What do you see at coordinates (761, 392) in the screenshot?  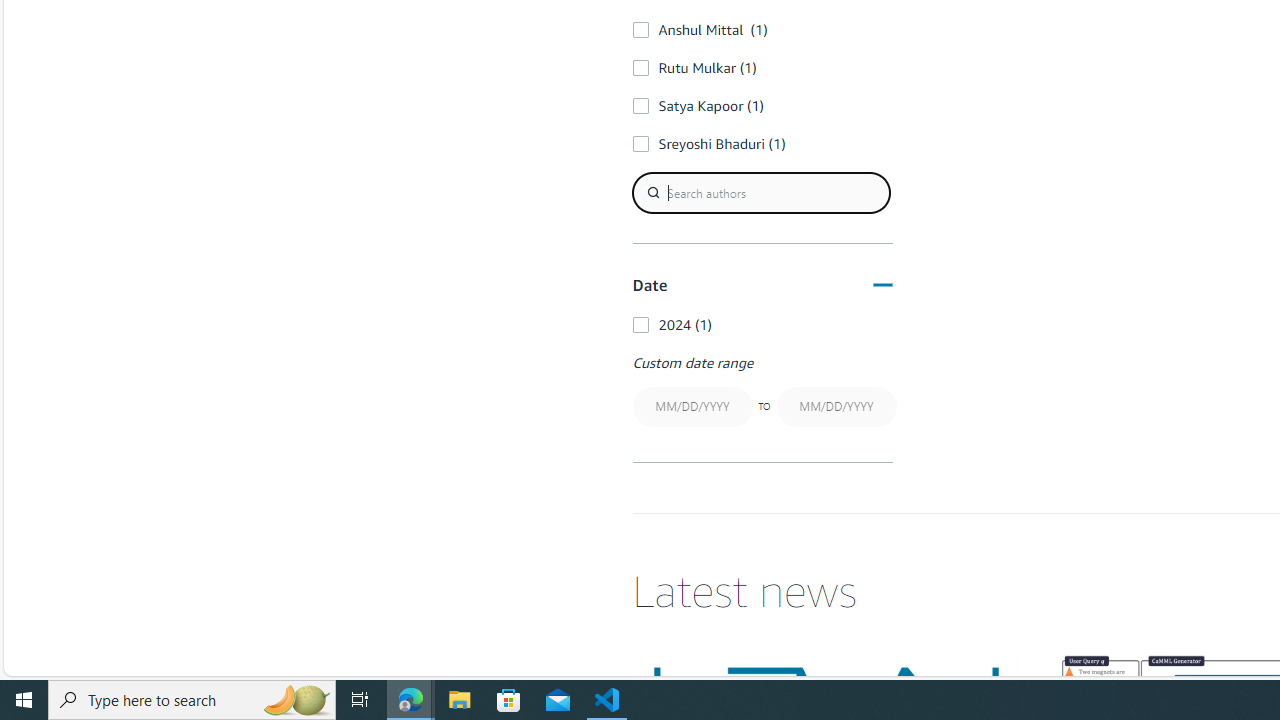 I see `'Custom date rangeTO'` at bounding box center [761, 392].